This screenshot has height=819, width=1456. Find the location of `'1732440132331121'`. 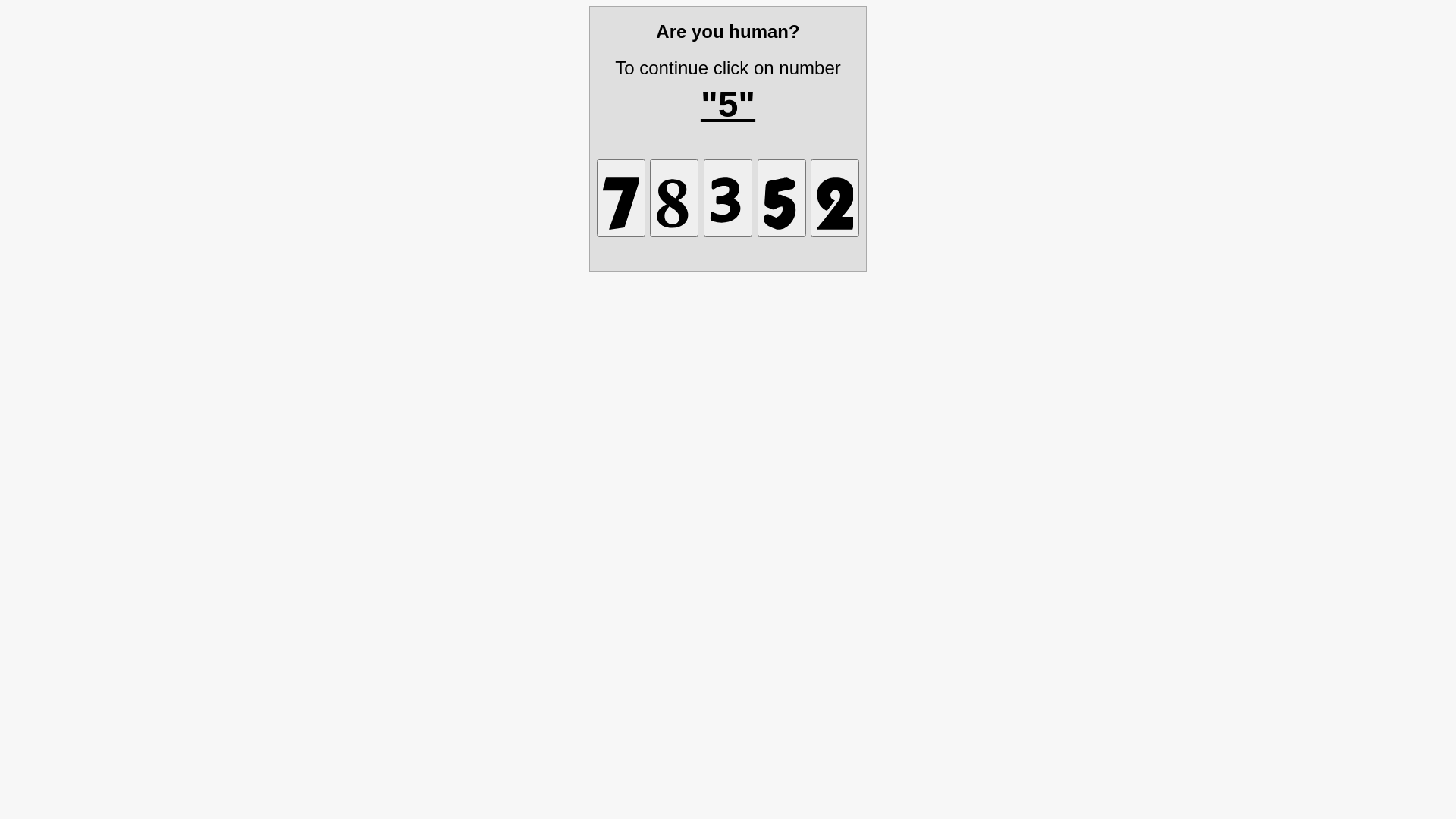

'1732440132331121' is located at coordinates (728, 197).